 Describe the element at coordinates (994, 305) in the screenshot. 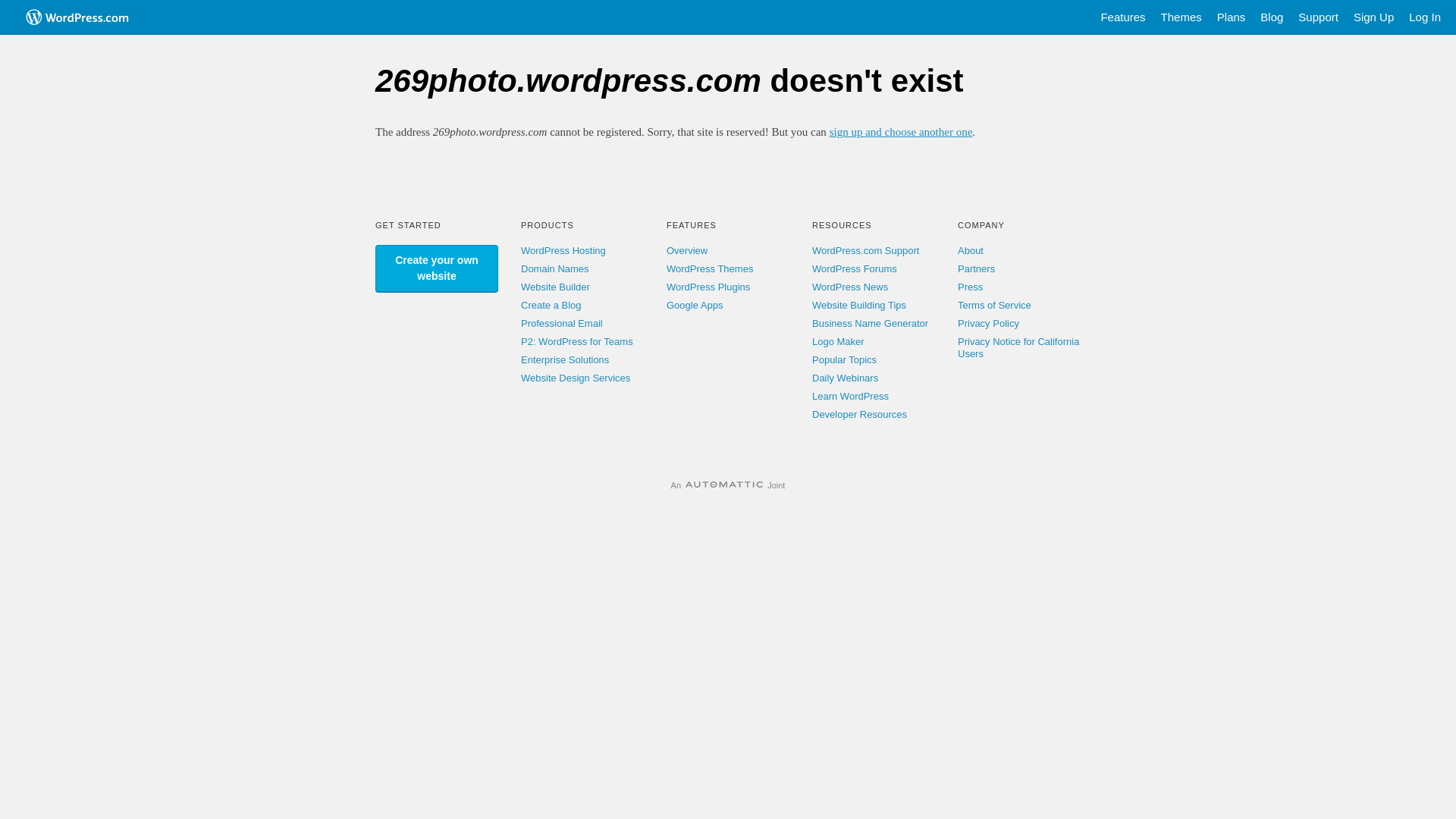

I see `'Terms of Service'` at that location.